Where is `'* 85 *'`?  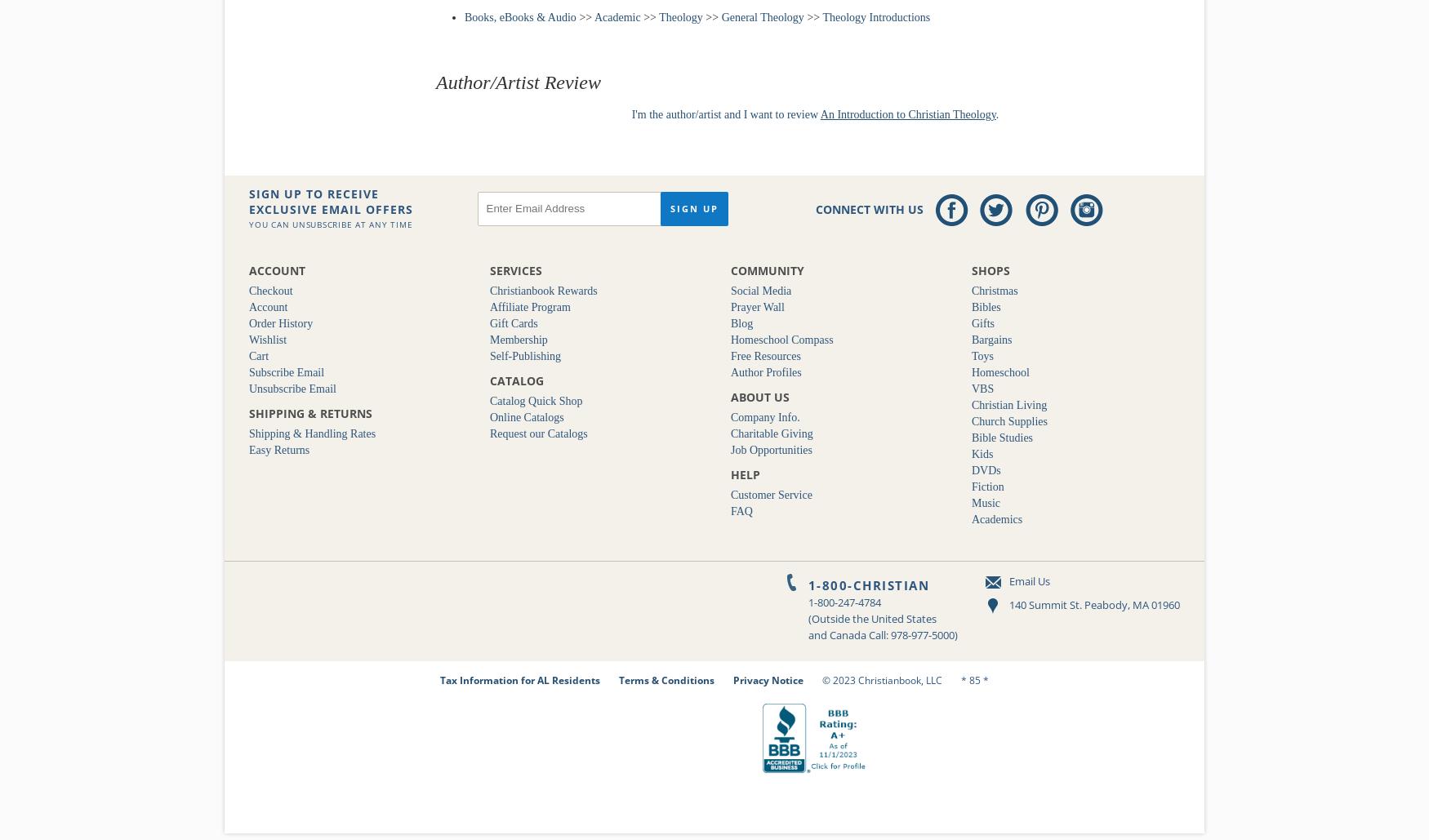
'* 85 *' is located at coordinates (960, 678).